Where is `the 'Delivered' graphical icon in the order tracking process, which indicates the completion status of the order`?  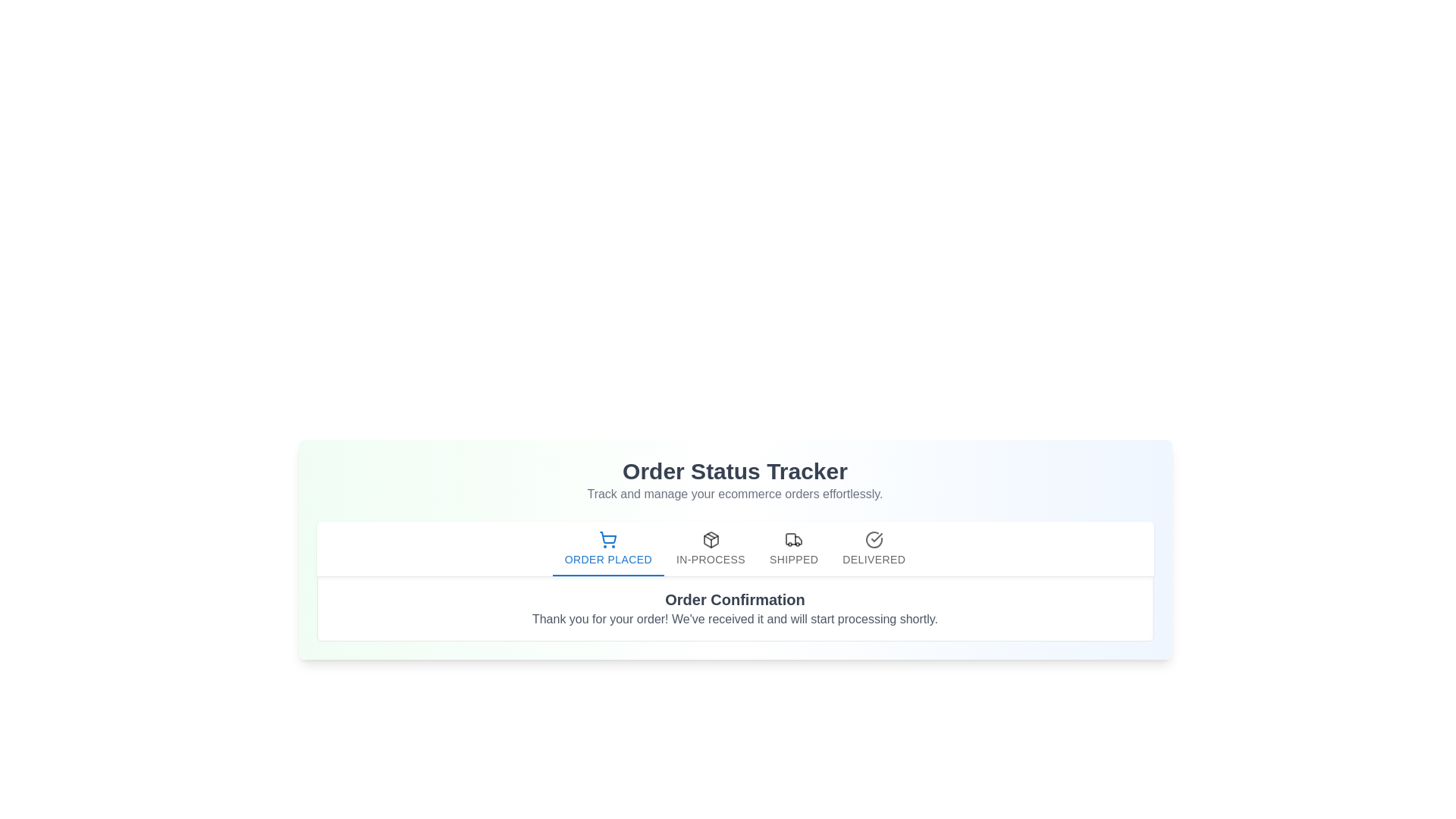 the 'Delivered' graphical icon in the order tracking process, which indicates the completion status of the order is located at coordinates (874, 539).